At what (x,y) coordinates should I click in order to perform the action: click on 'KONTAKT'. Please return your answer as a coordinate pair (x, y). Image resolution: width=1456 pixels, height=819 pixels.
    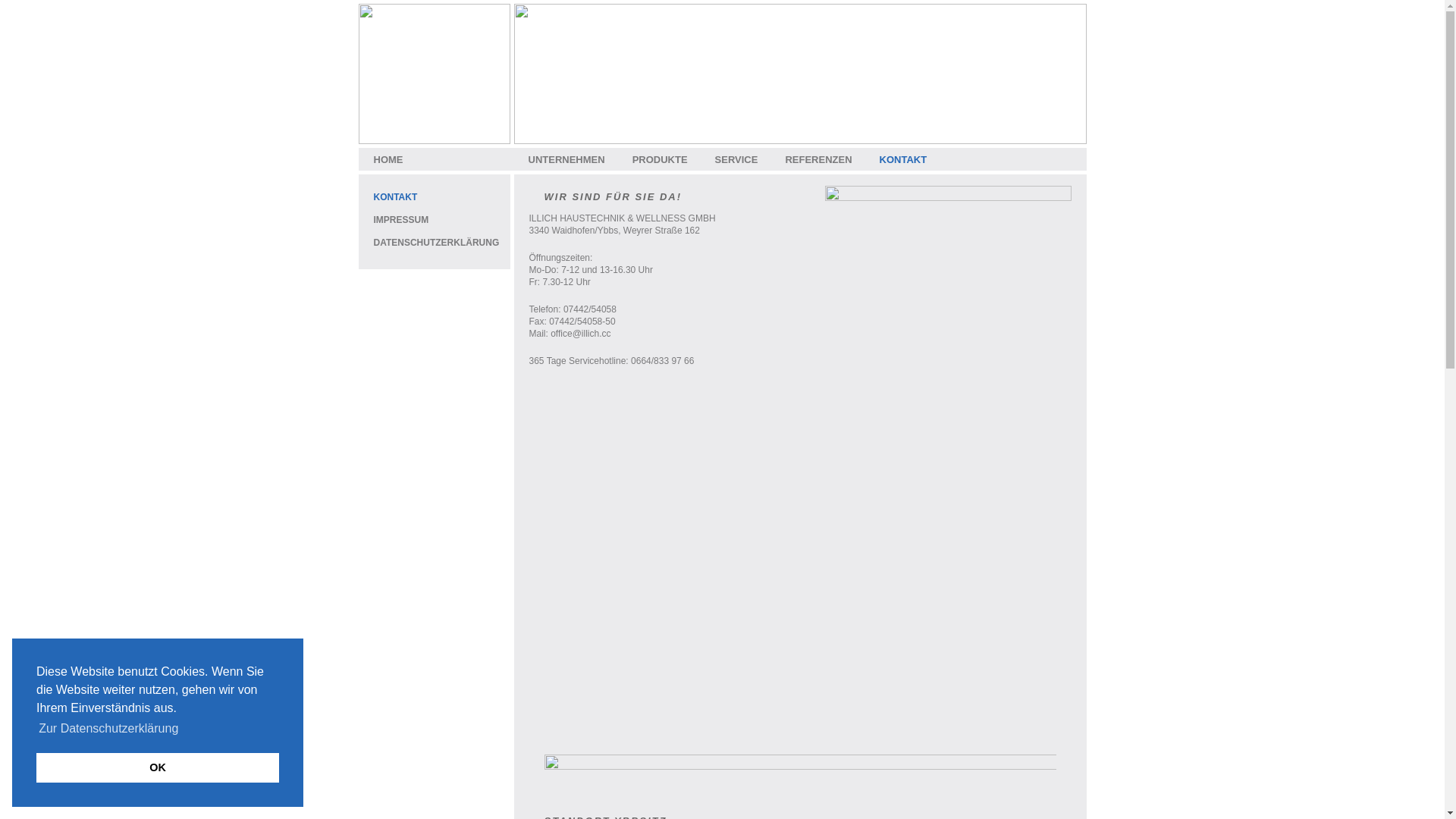
    Looking at the image, I should click on (395, 196).